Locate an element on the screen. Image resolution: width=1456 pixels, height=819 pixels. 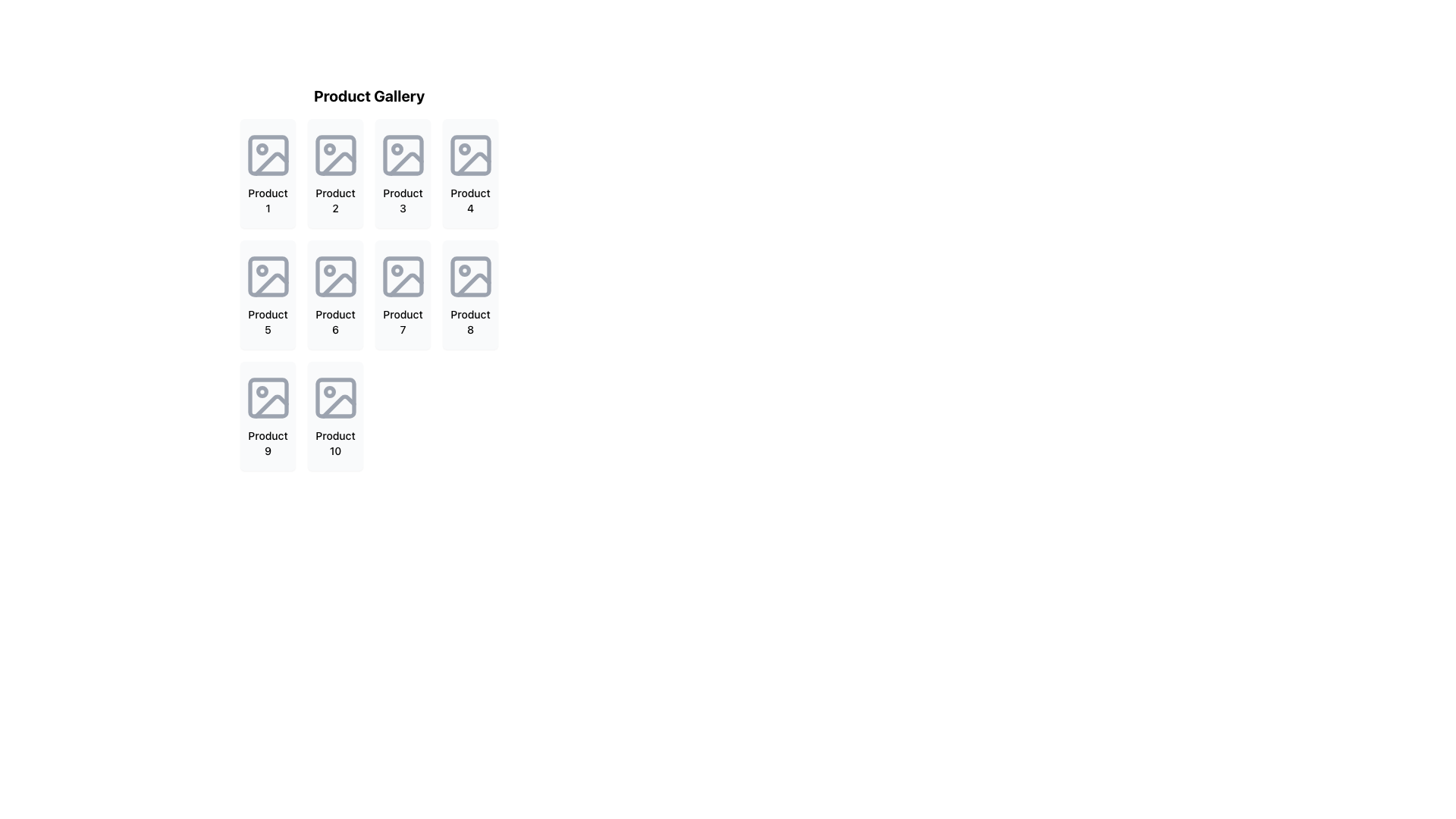
the text label identifying the associated product at the bottom of the third card in the first row of the 'Product Gallery' grid layout is located at coordinates (403, 200).